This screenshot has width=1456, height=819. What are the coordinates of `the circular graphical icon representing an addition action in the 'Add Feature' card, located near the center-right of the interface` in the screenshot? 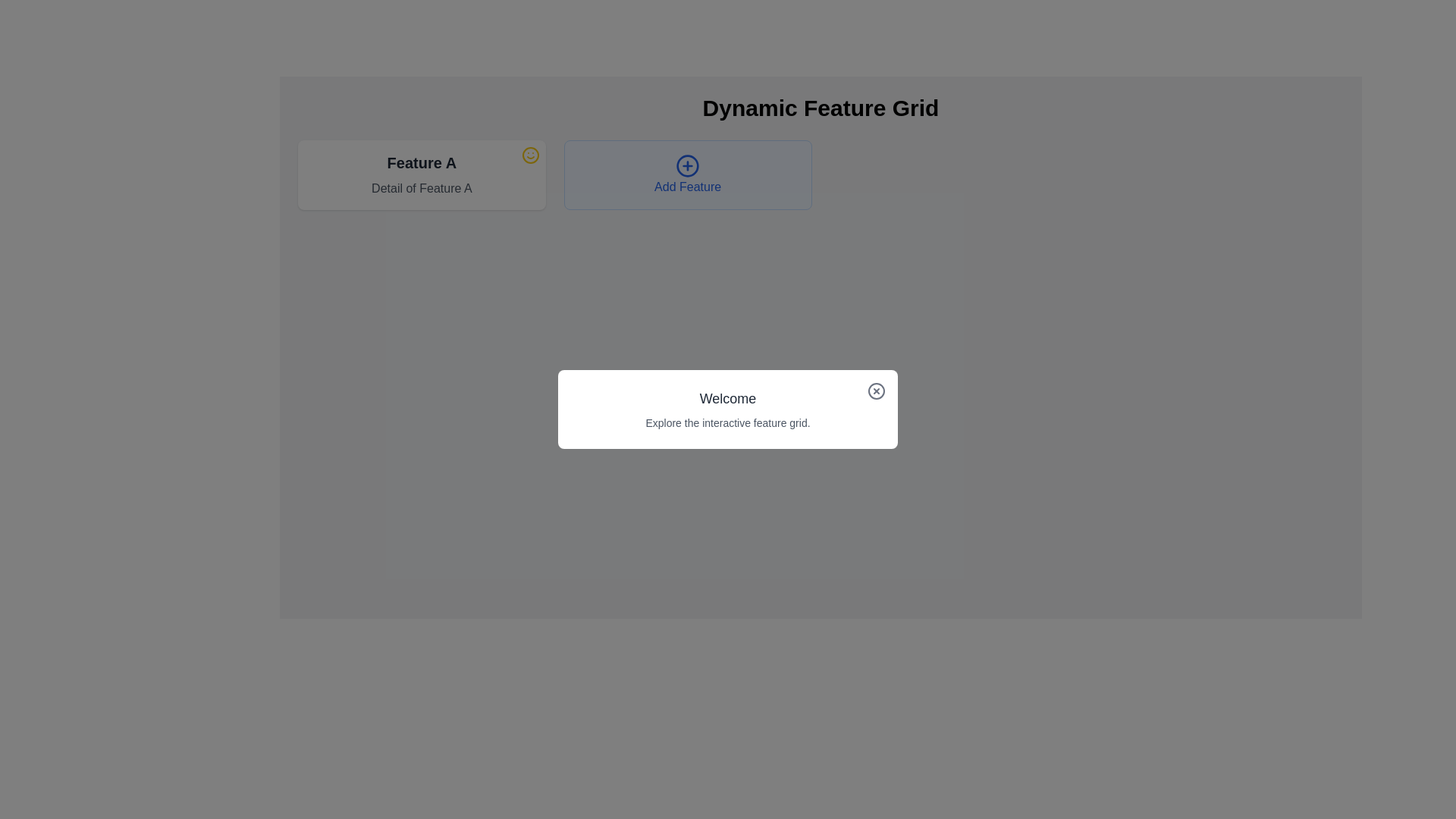 It's located at (687, 166).